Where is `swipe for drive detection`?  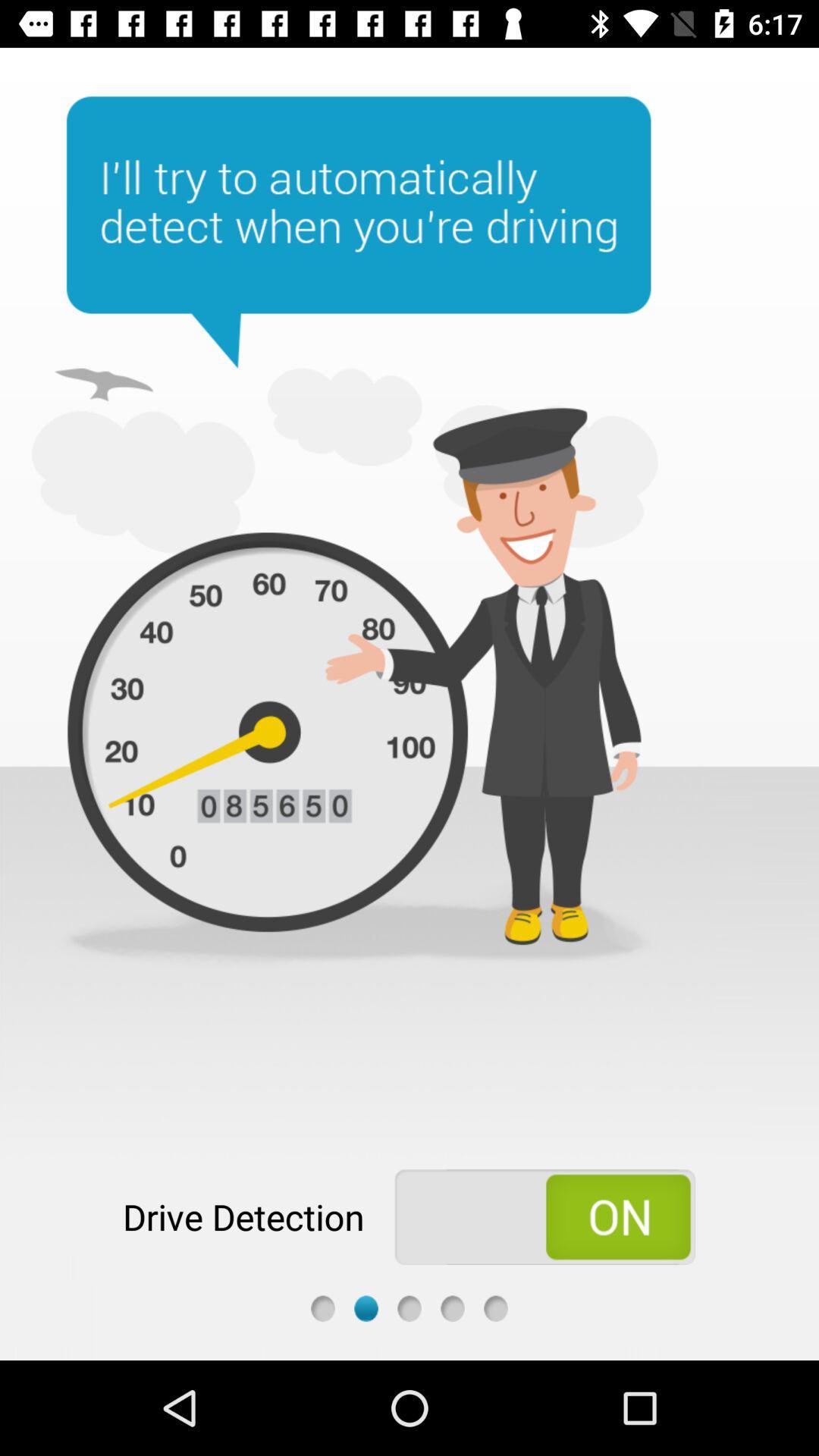
swipe for drive detection is located at coordinates (544, 1216).